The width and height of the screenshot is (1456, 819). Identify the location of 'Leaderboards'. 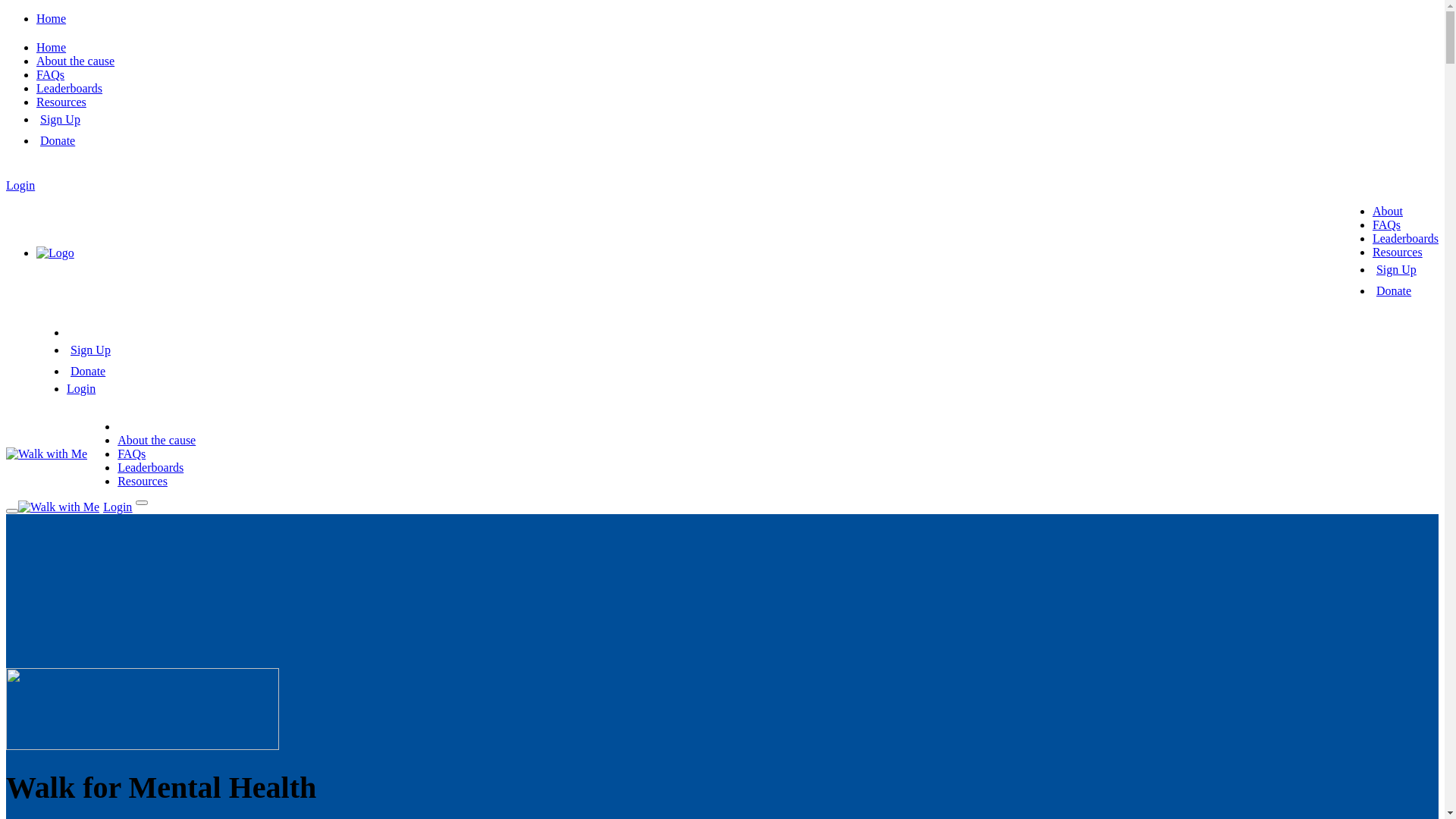
(68, 88).